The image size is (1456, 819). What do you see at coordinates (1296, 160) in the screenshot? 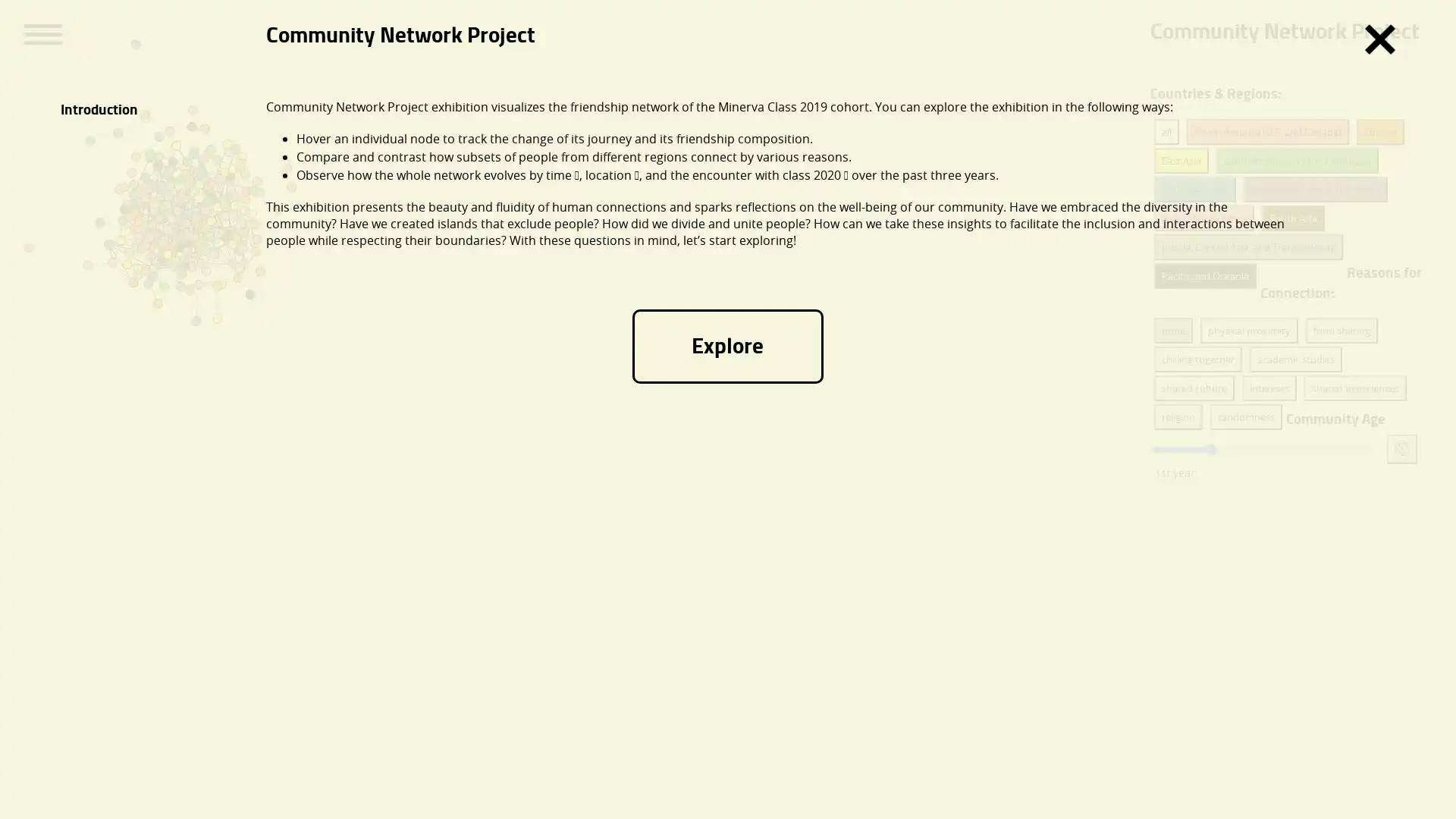
I see `Latin America and the Caribbean` at bounding box center [1296, 160].